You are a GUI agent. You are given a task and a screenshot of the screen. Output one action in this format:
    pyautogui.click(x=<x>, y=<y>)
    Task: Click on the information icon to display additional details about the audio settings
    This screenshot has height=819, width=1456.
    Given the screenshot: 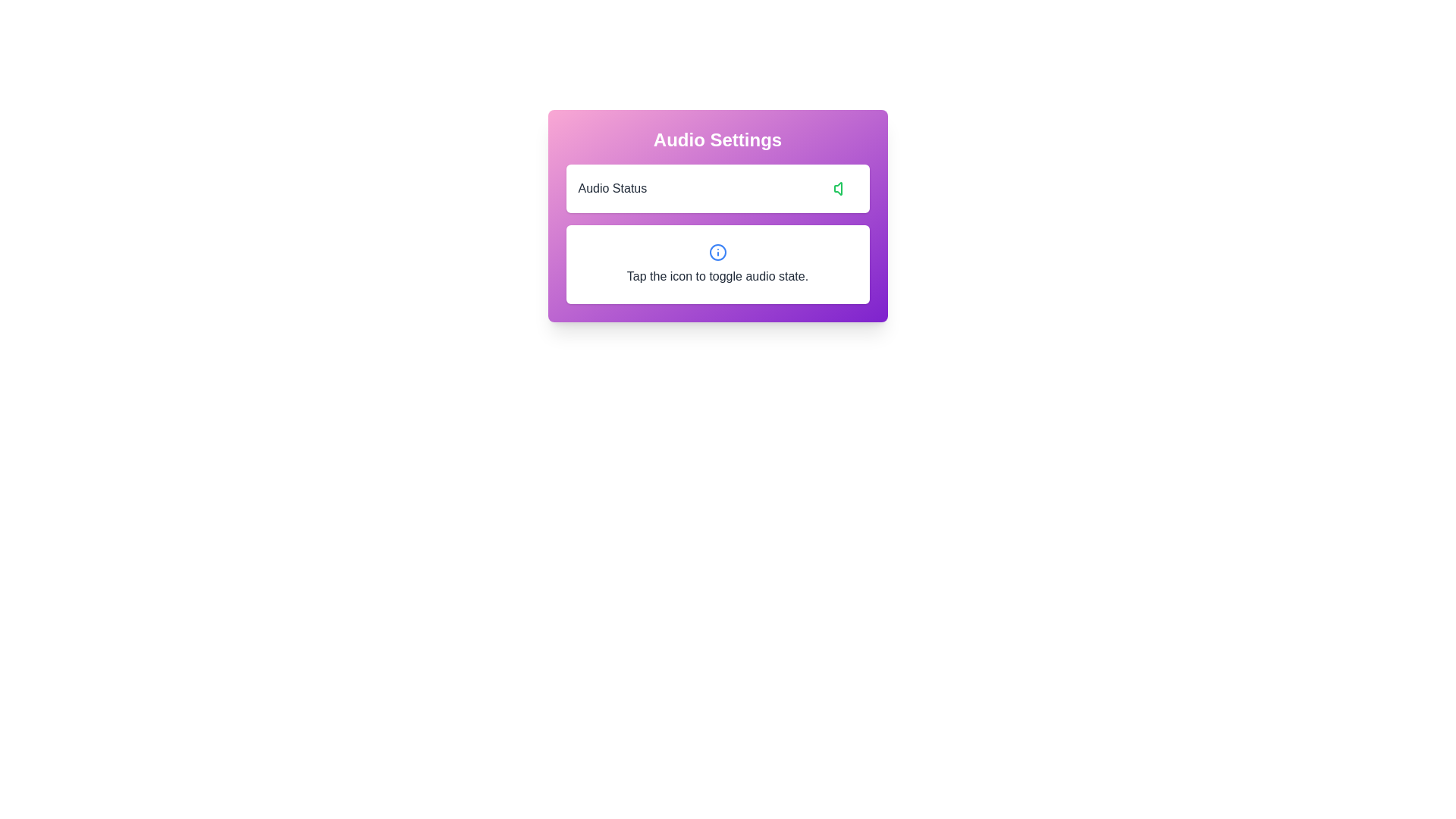 What is the action you would take?
    pyautogui.click(x=717, y=251)
    